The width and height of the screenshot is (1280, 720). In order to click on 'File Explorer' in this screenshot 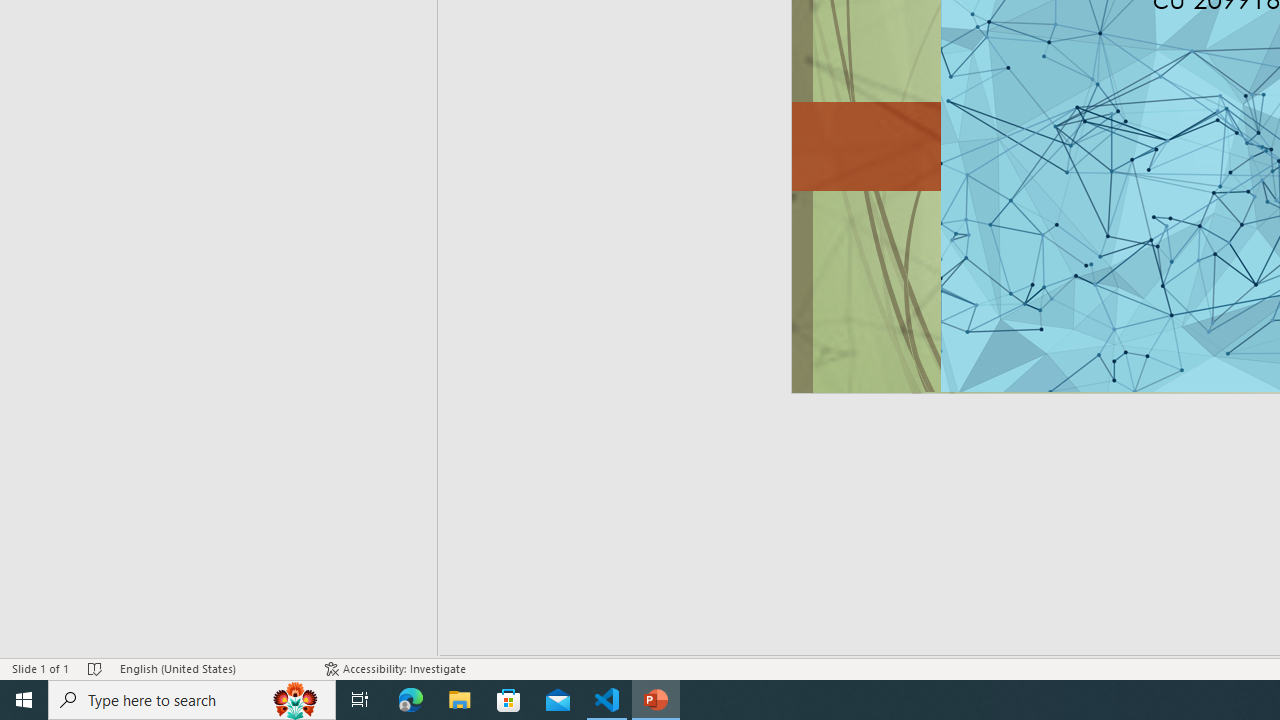, I will do `click(459, 698)`.